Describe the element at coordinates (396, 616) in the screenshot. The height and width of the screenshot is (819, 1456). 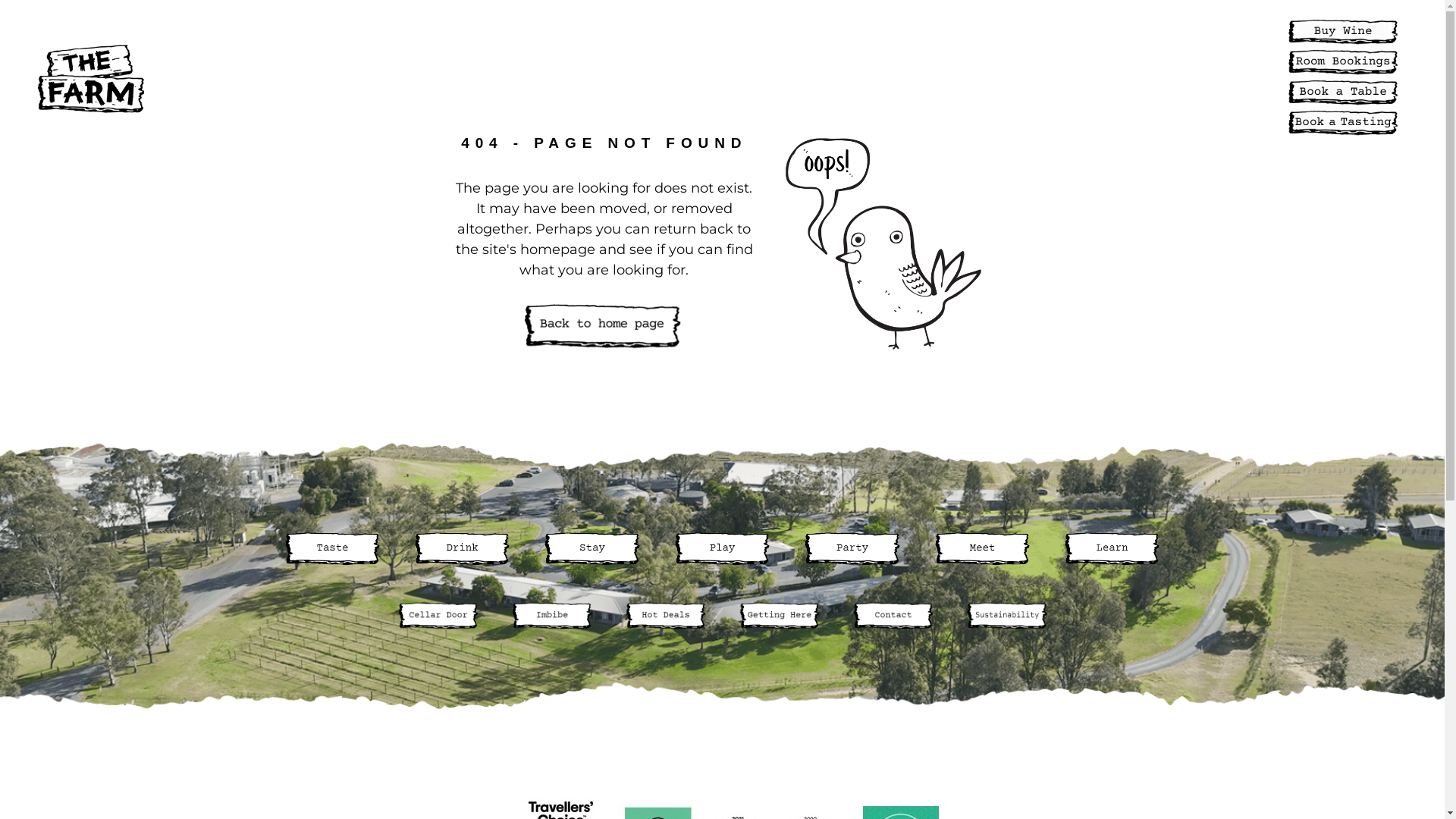
I see `'Cellar Door-11'` at that location.